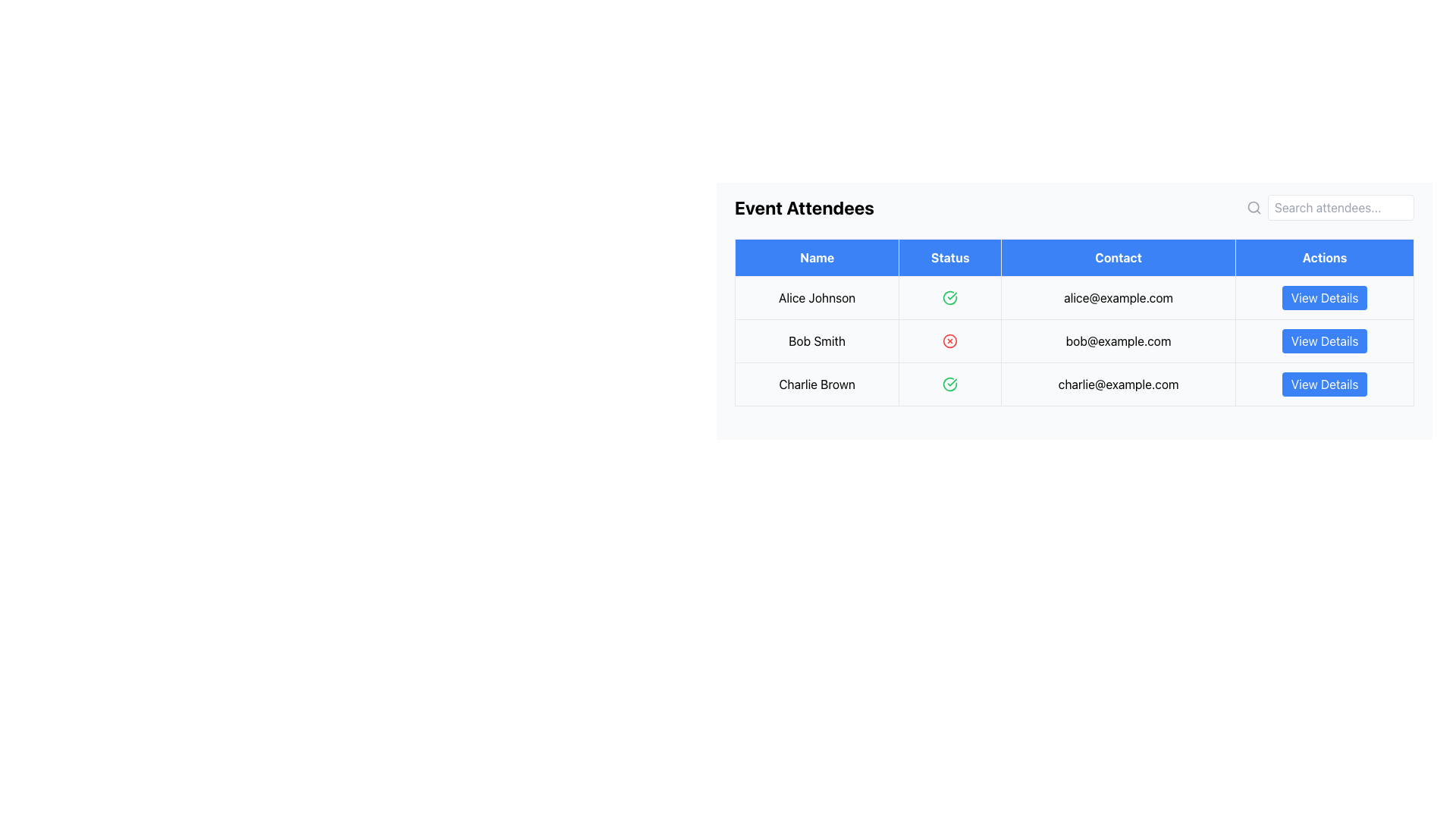 The width and height of the screenshot is (1456, 819). Describe the element at coordinates (949, 298) in the screenshot. I see `the appearance of the inner circular graphic component of the first status icon in the 'Status' column of the first row of the table` at that location.